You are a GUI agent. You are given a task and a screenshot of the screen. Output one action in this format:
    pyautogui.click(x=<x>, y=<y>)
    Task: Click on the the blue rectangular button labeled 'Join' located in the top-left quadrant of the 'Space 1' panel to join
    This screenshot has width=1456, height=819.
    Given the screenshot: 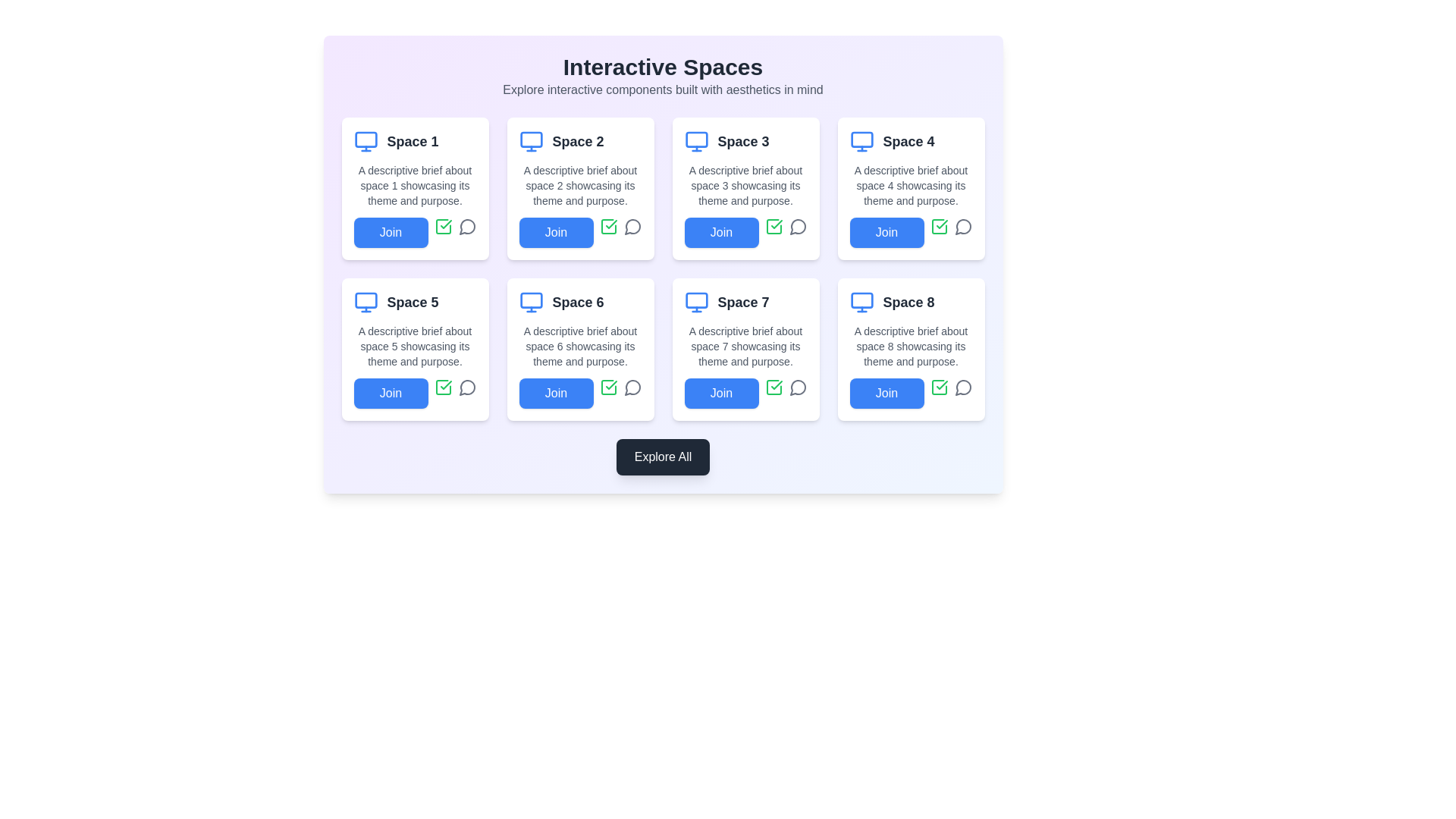 What is the action you would take?
    pyautogui.click(x=391, y=233)
    